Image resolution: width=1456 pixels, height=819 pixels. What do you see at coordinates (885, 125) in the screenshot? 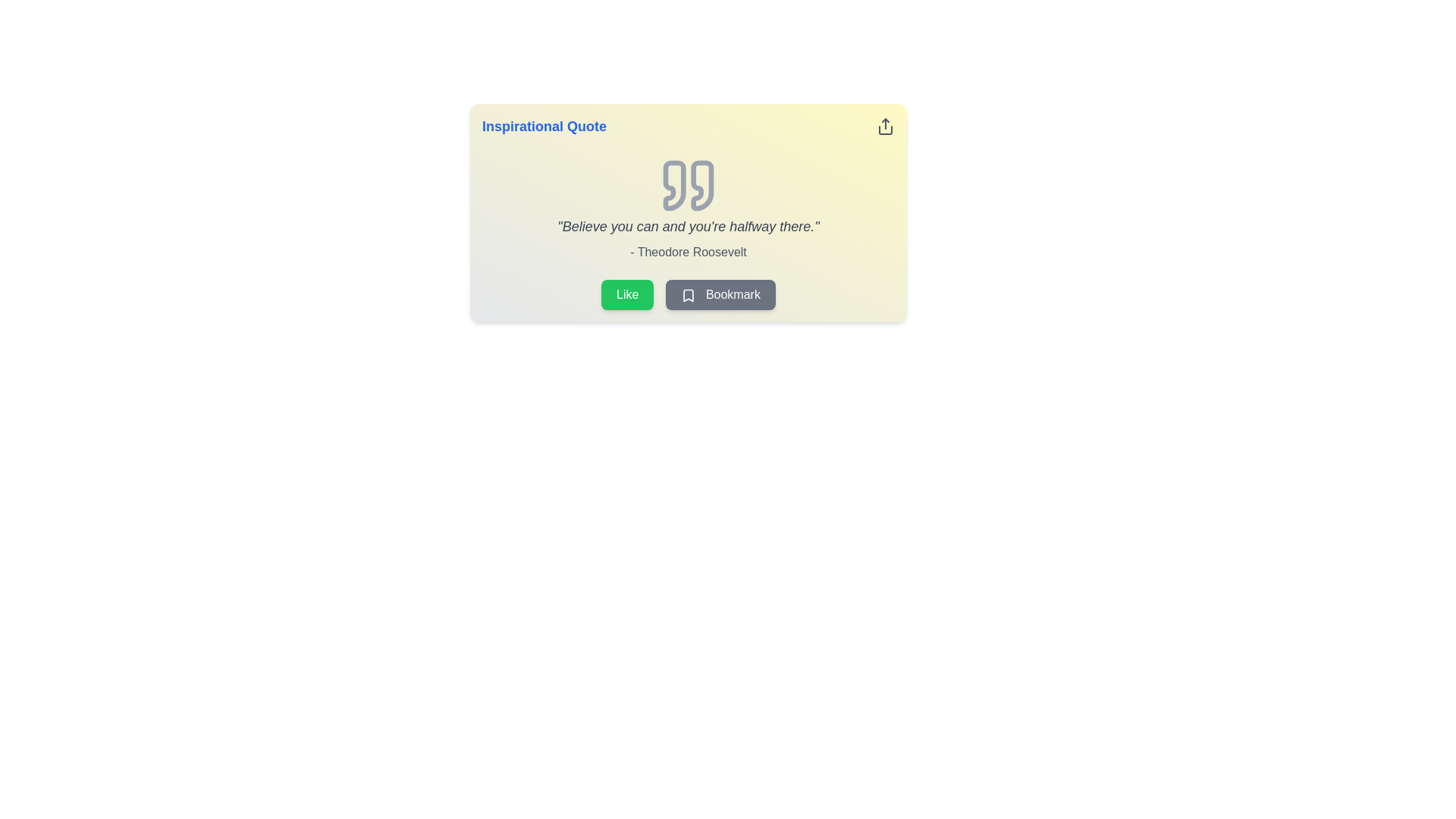
I see `the share button located at the top-right corner of the card, adjacent to the title text 'Inspirational Quote'` at bounding box center [885, 125].